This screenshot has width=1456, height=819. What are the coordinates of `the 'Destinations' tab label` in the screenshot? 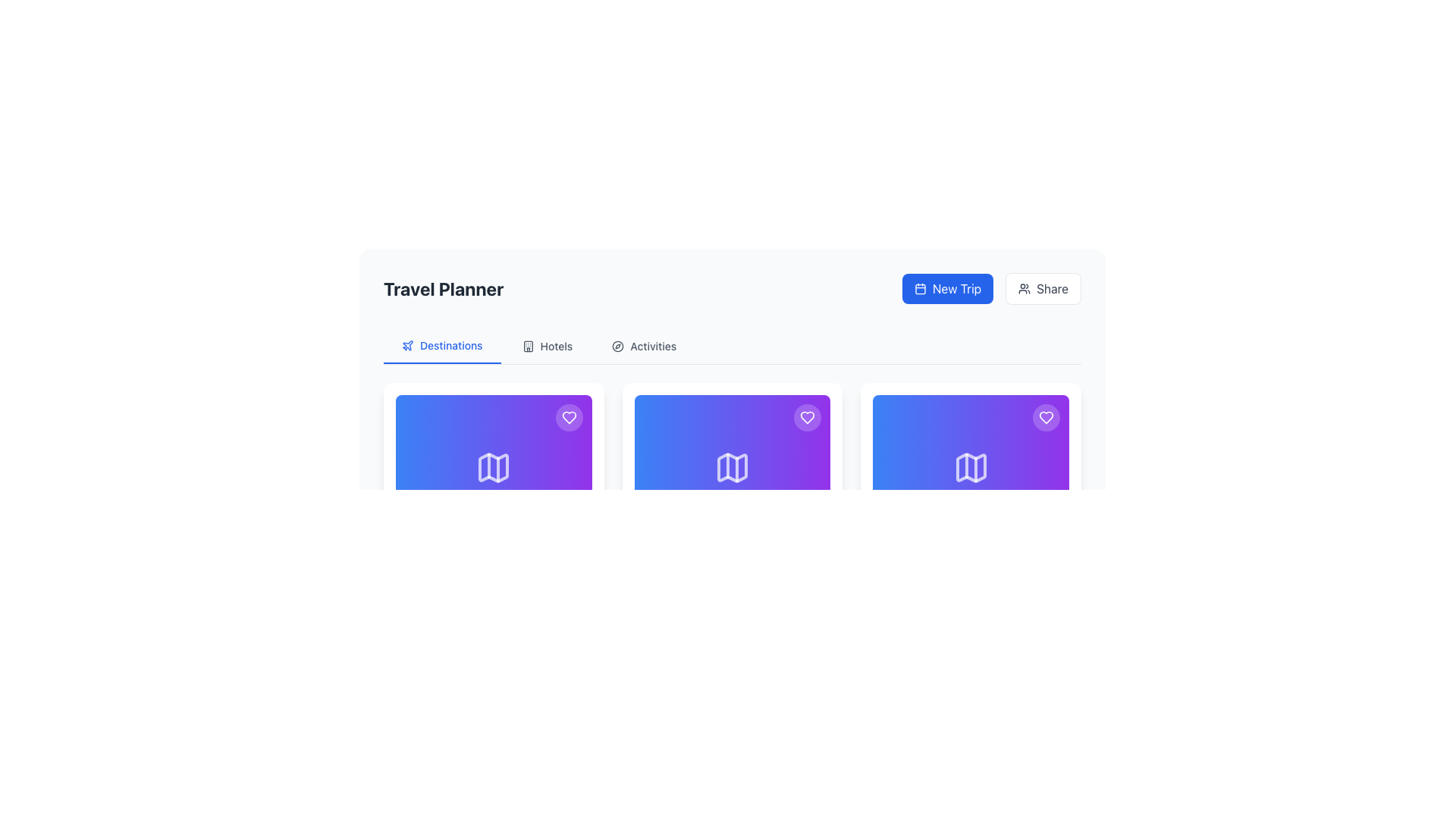 It's located at (450, 345).